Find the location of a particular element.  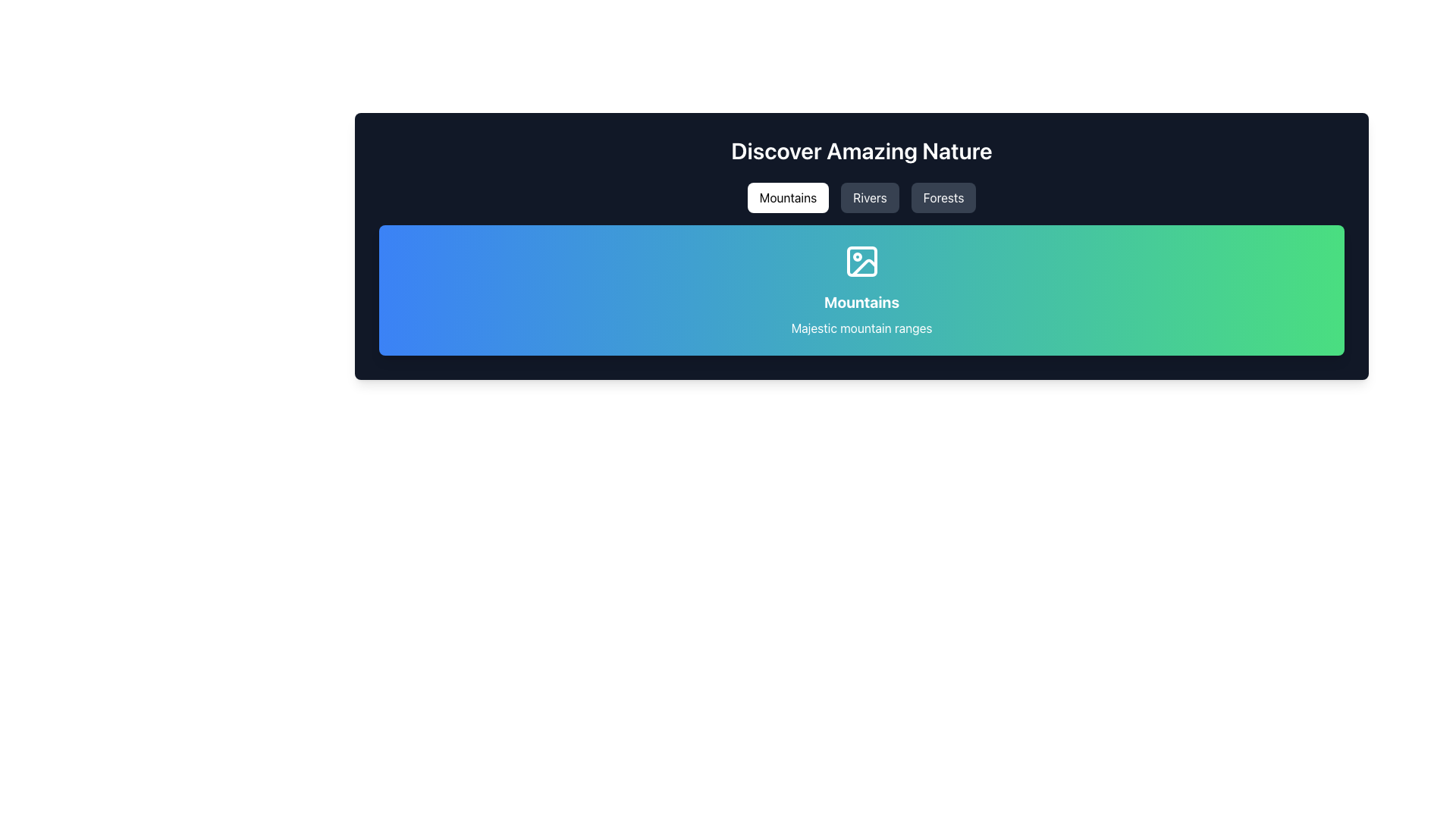

the top-left rectangle-shaped graphical component with rounded corners in the SVG icon above the text 'Mountains' is located at coordinates (861, 260).